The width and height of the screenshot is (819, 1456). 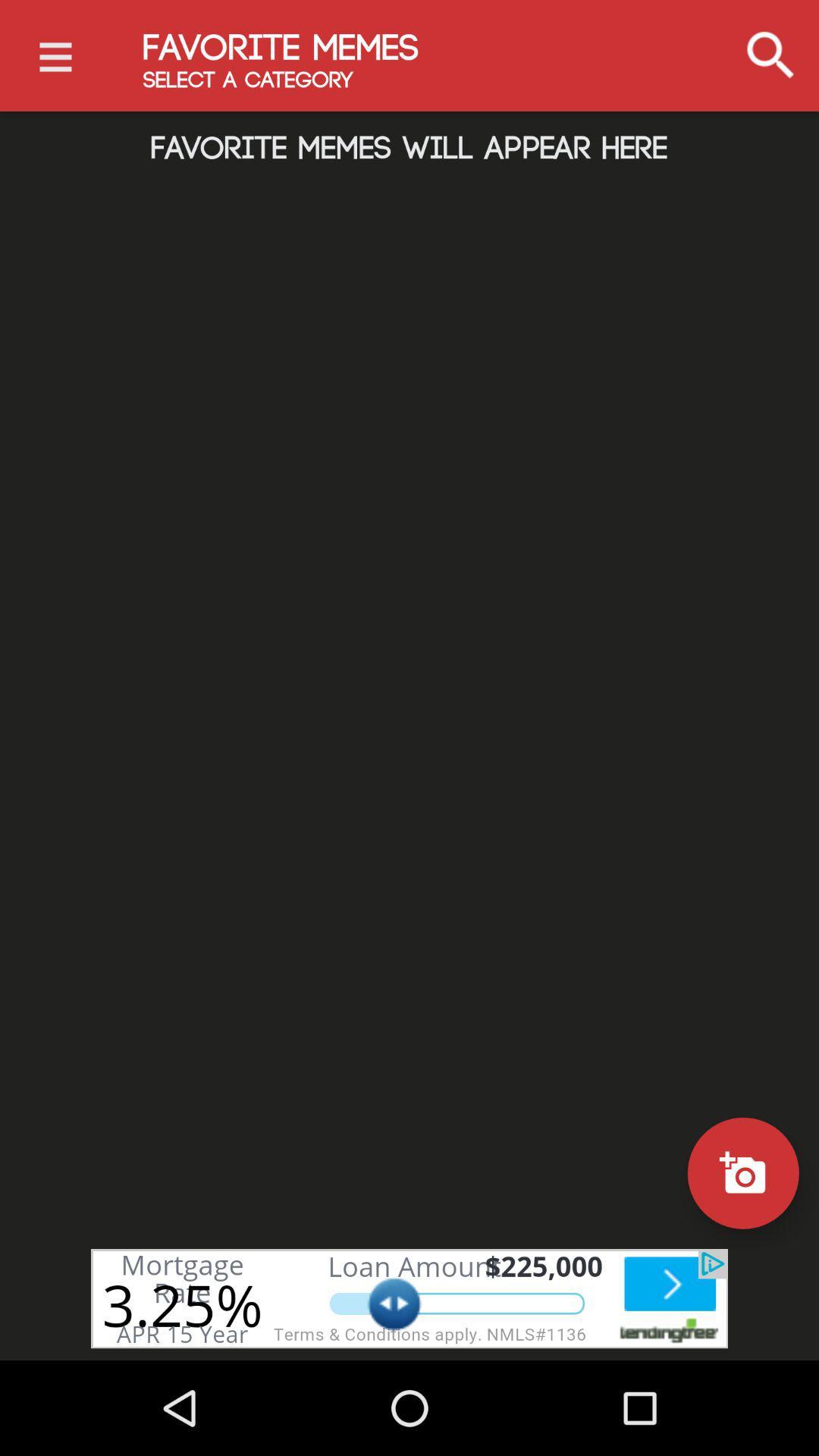 What do you see at coordinates (409, 1298) in the screenshot?
I see `click advertisement to go to advertisement page` at bounding box center [409, 1298].